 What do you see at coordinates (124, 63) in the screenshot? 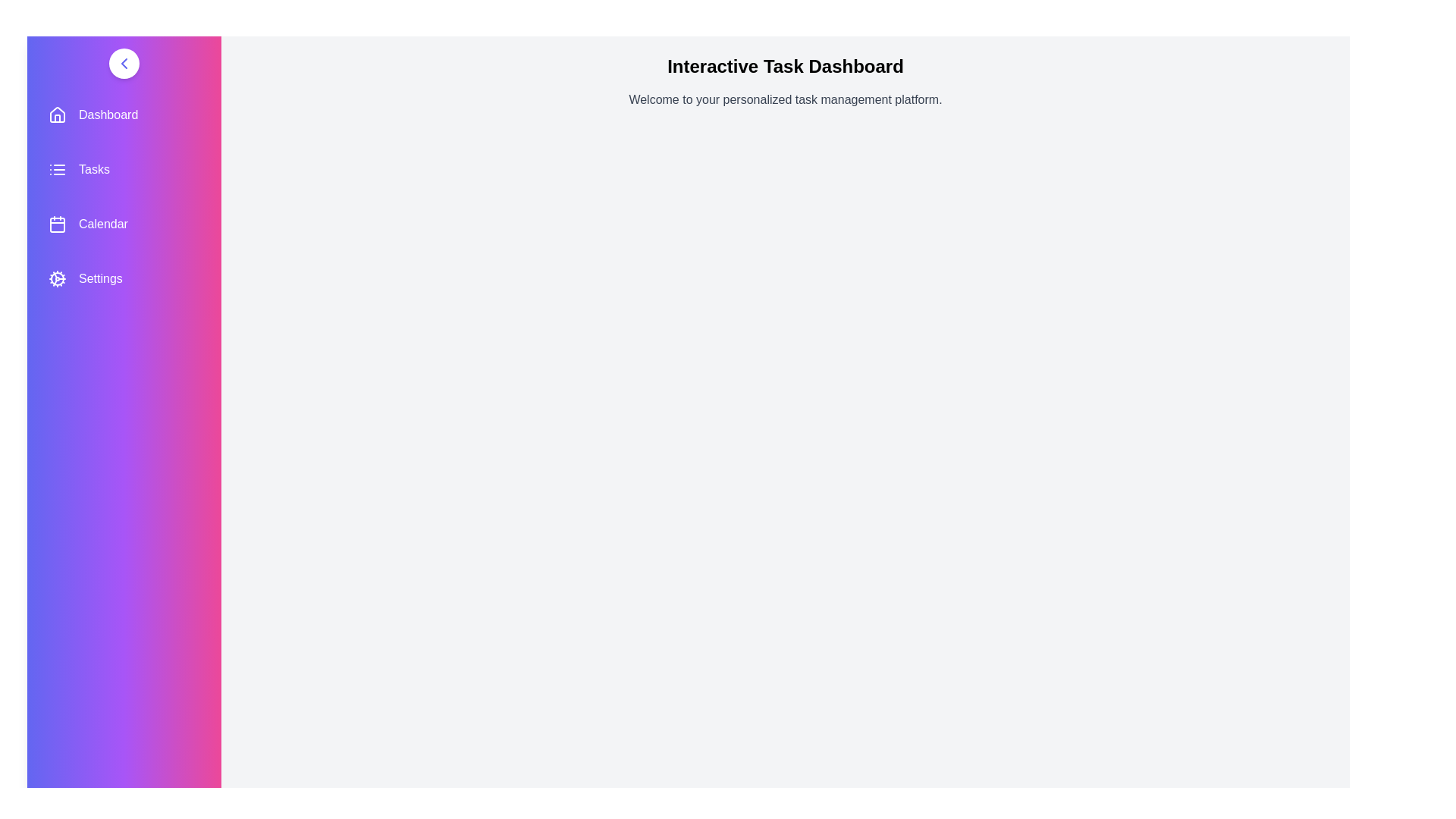
I see `the button with the arrow to toggle the drawer open or closed` at bounding box center [124, 63].